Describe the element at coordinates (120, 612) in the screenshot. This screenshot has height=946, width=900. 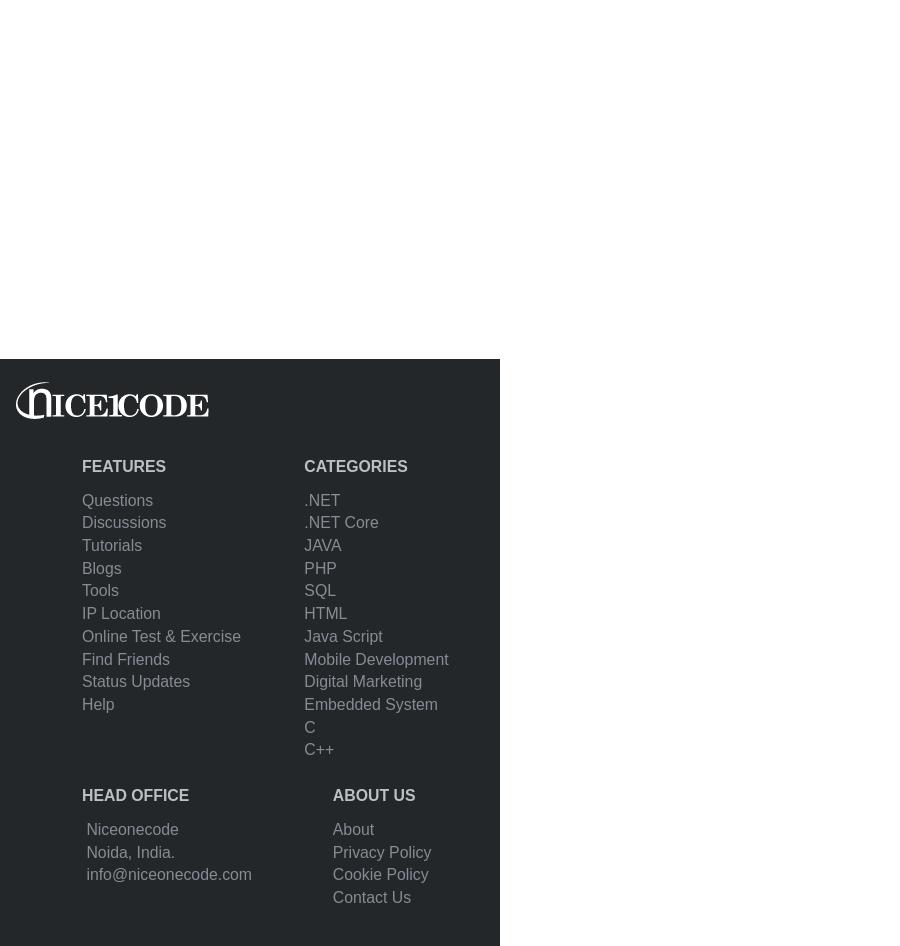
I see `'IP Location'` at that location.